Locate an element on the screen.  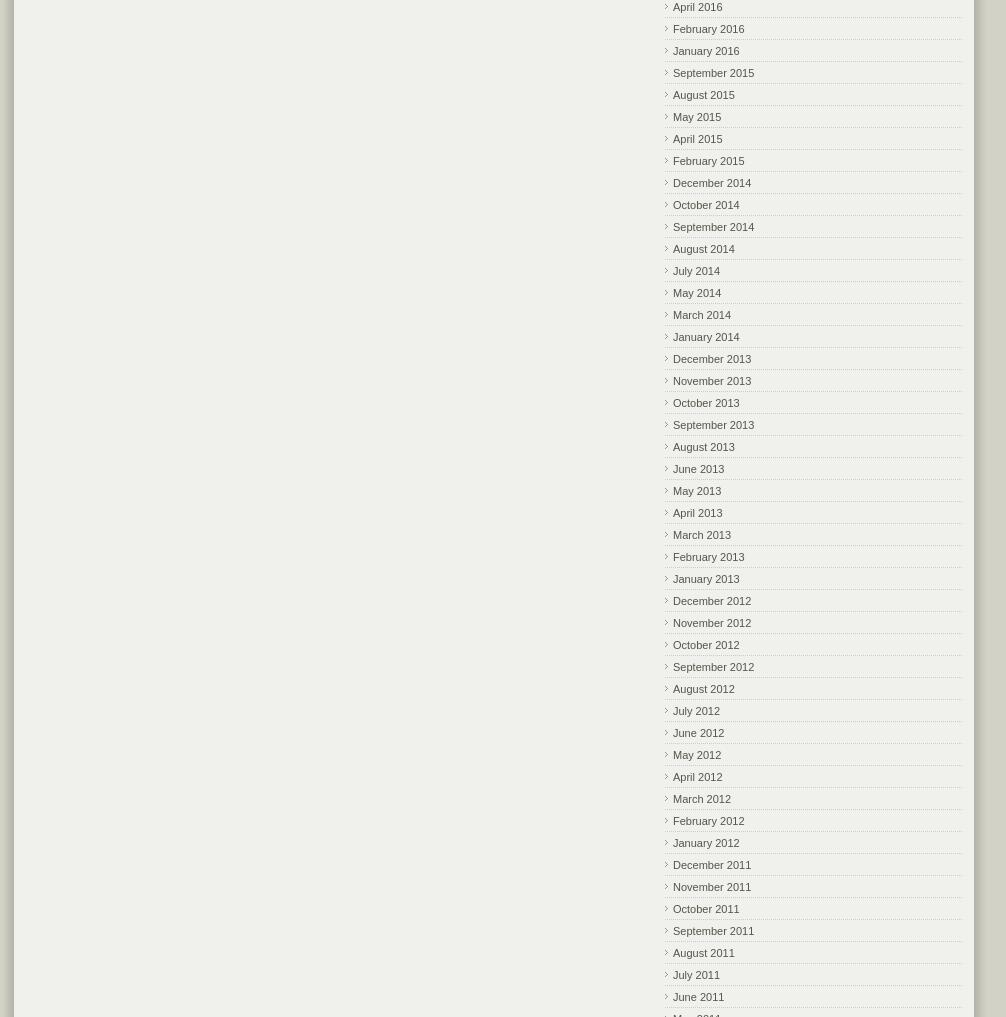
'June 2012' is located at coordinates (673, 731).